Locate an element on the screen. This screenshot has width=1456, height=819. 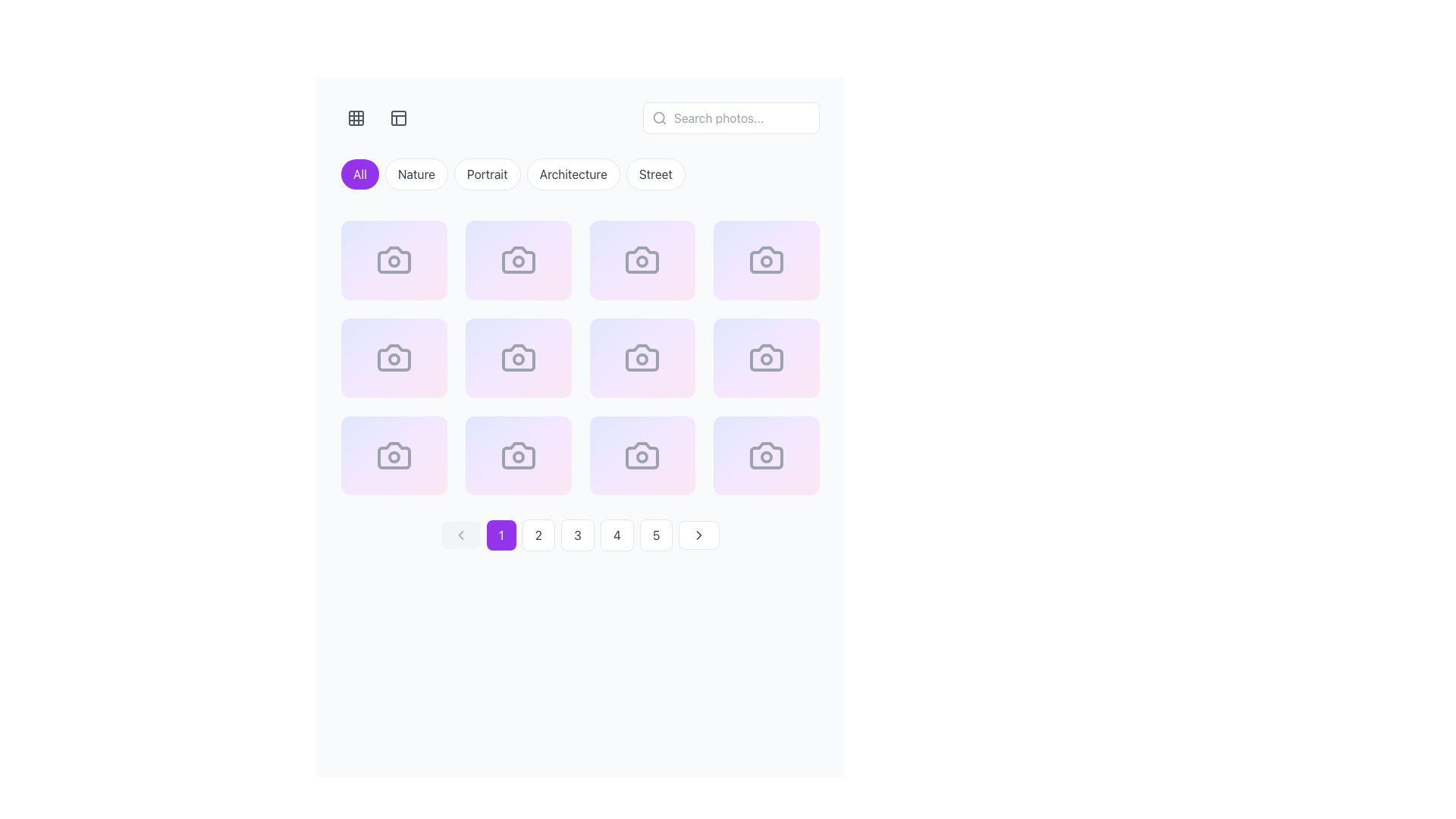
the decorative circle element that symbolizes the lens of the camera icon located in the second row and third column of the grid layout is located at coordinates (642, 359).